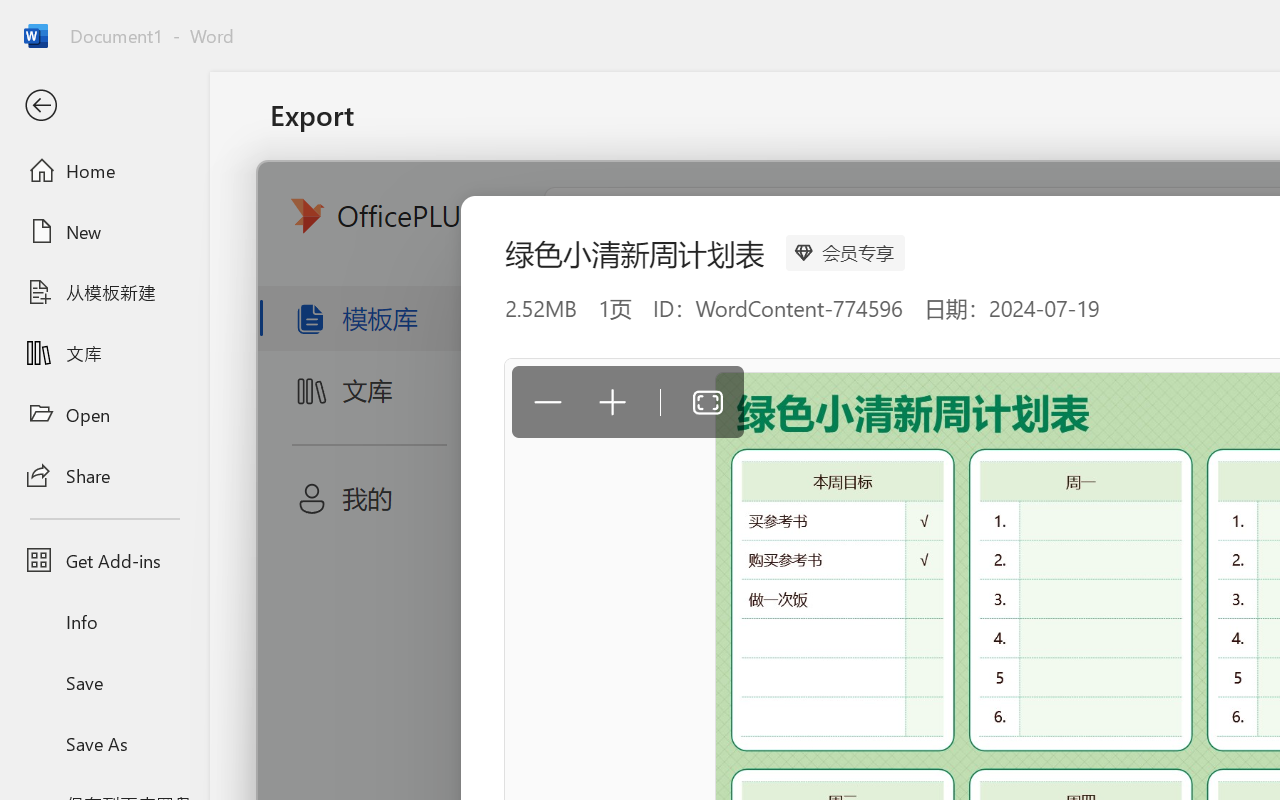 Image resolution: width=1280 pixels, height=800 pixels. Describe the element at coordinates (103, 560) in the screenshot. I see `'Get Add-ins'` at that location.